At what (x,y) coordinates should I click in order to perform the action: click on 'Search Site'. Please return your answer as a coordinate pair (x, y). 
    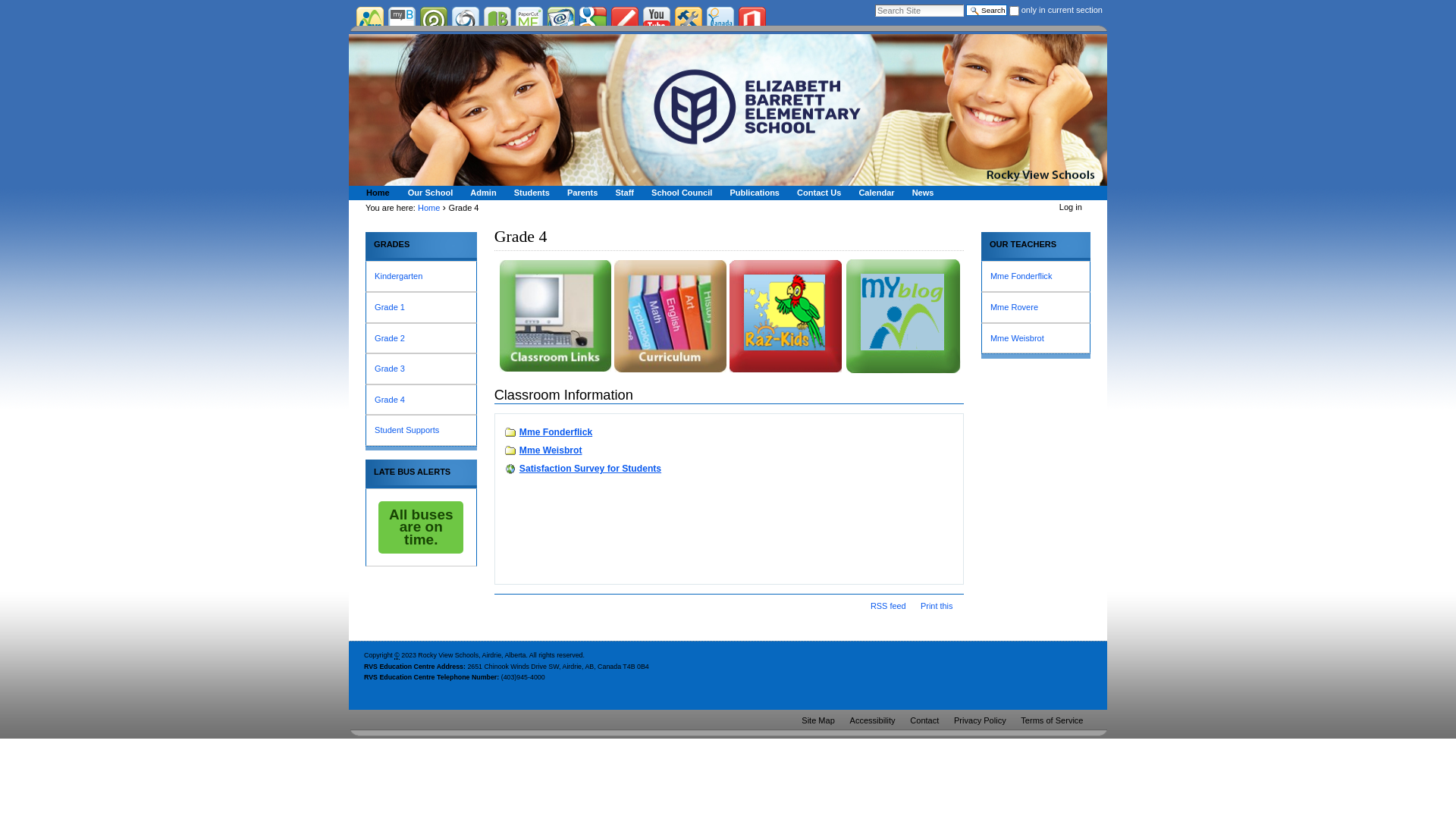
    Looking at the image, I should click on (918, 11).